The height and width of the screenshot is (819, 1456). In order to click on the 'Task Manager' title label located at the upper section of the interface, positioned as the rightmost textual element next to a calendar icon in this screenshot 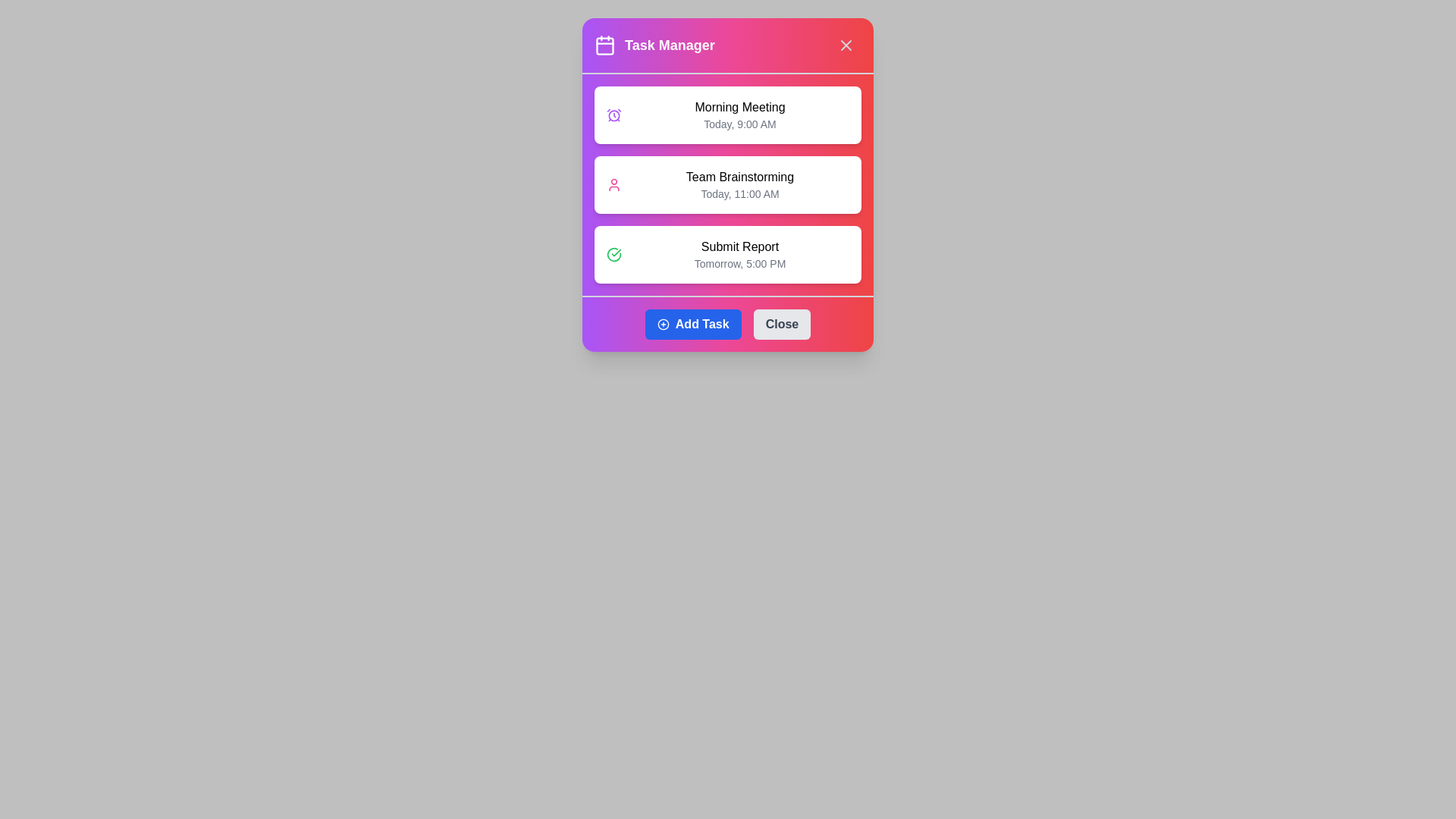, I will do `click(669, 45)`.